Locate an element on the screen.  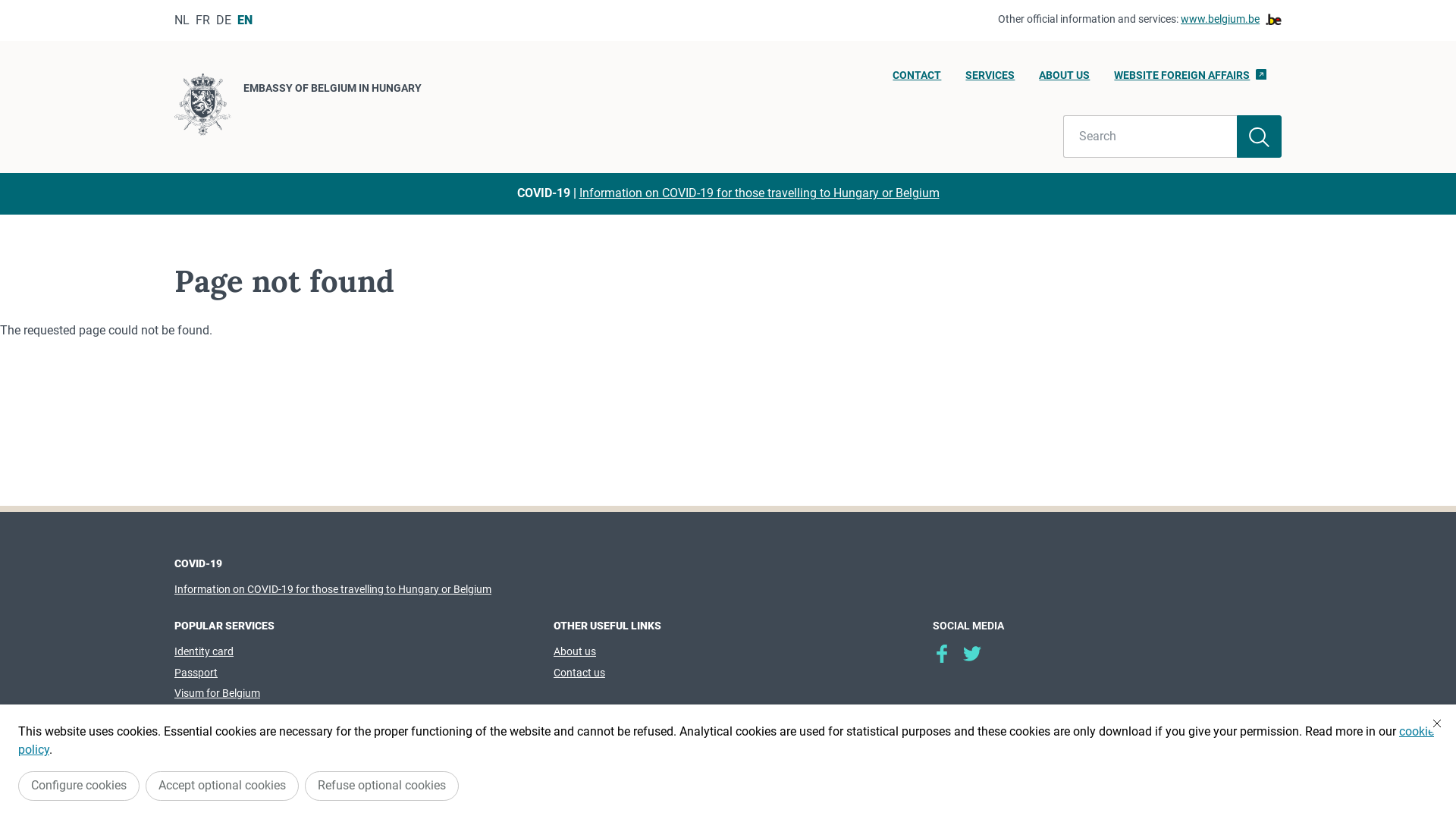
'WEBSITE FOREIGN AFFAIRS' is located at coordinates (1102, 79).